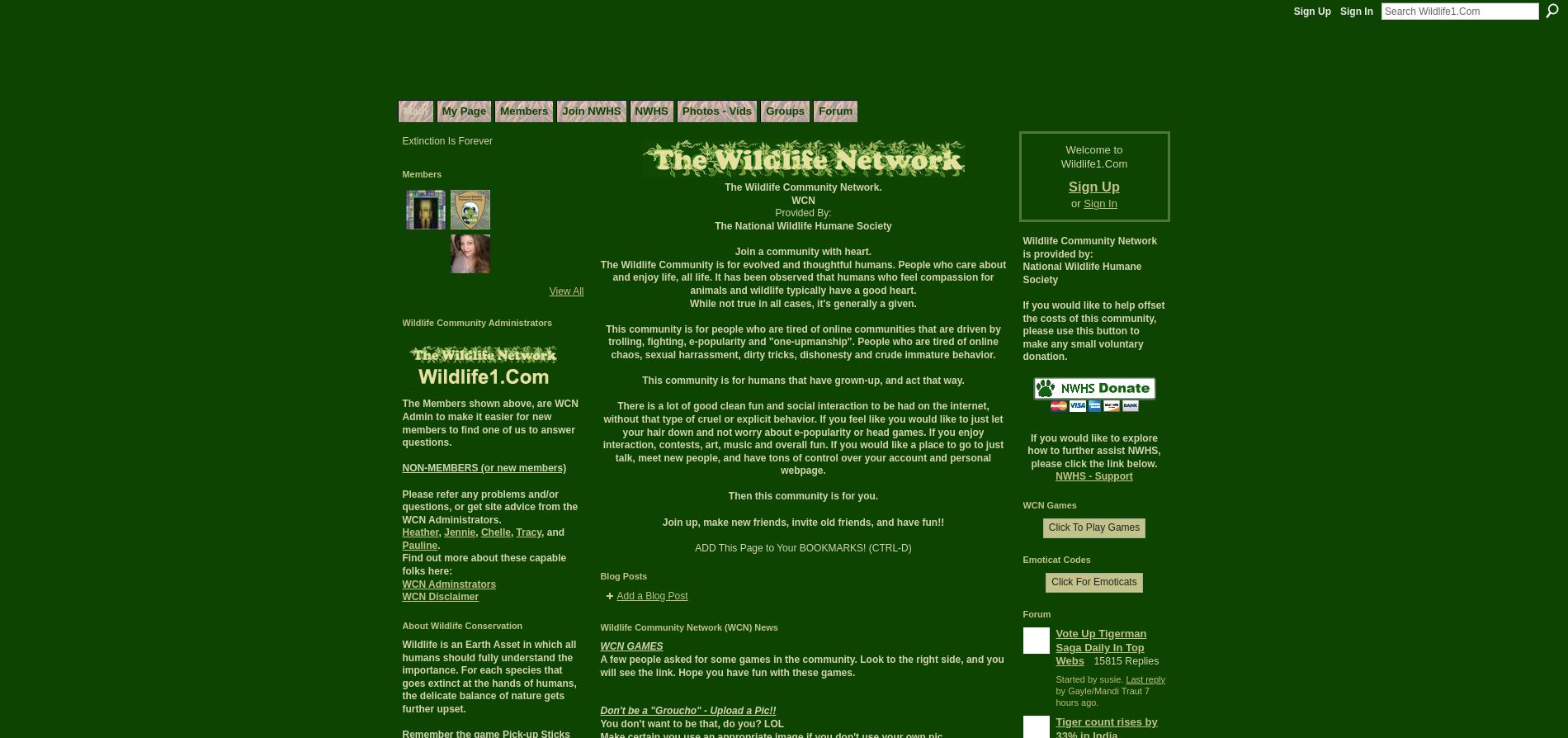 This screenshot has width=1568, height=738. I want to click on 'Chelle', so click(495, 532).